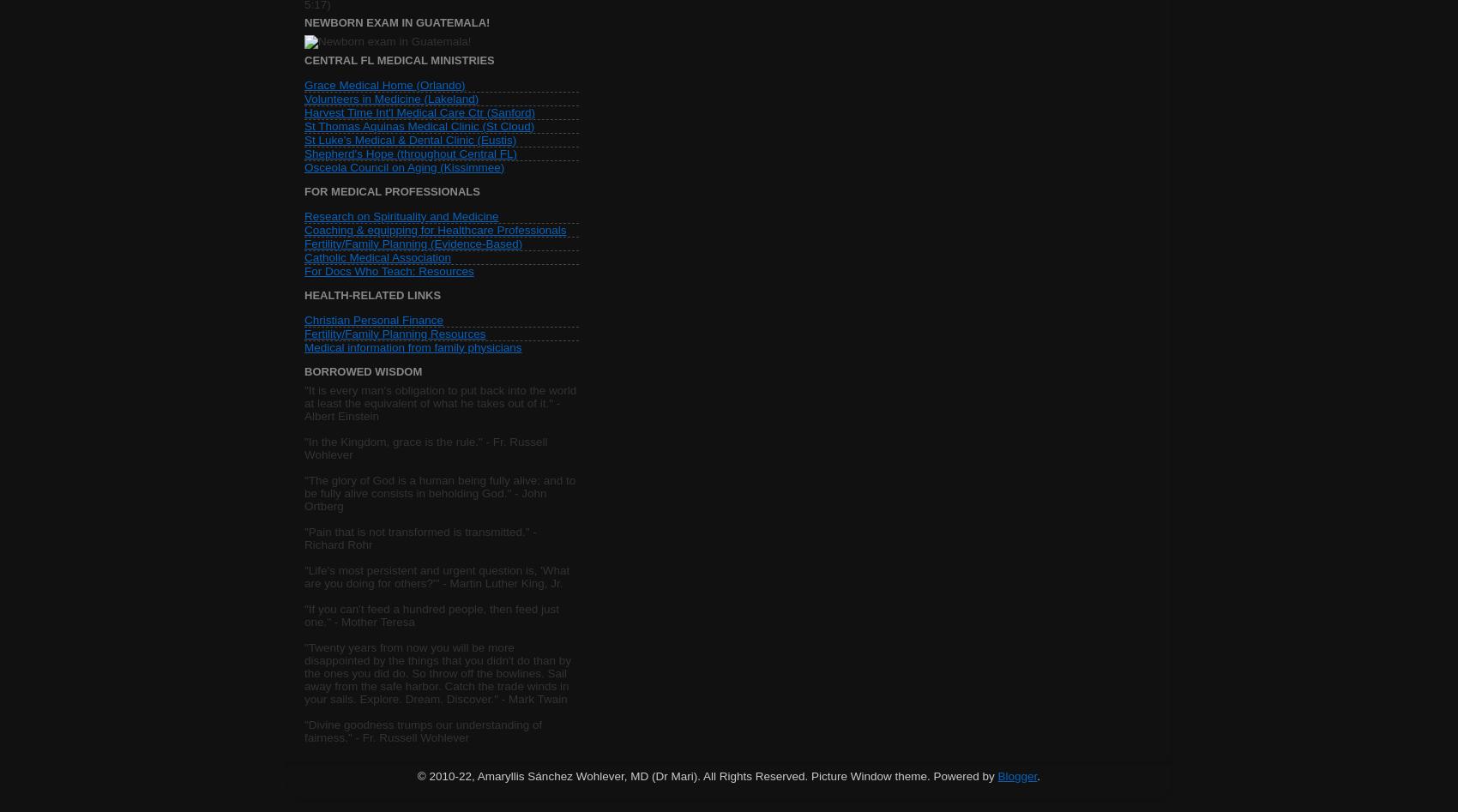 This screenshot has height=812, width=1458. What do you see at coordinates (389, 269) in the screenshot?
I see `'For Docs Who Teach: Resources'` at bounding box center [389, 269].